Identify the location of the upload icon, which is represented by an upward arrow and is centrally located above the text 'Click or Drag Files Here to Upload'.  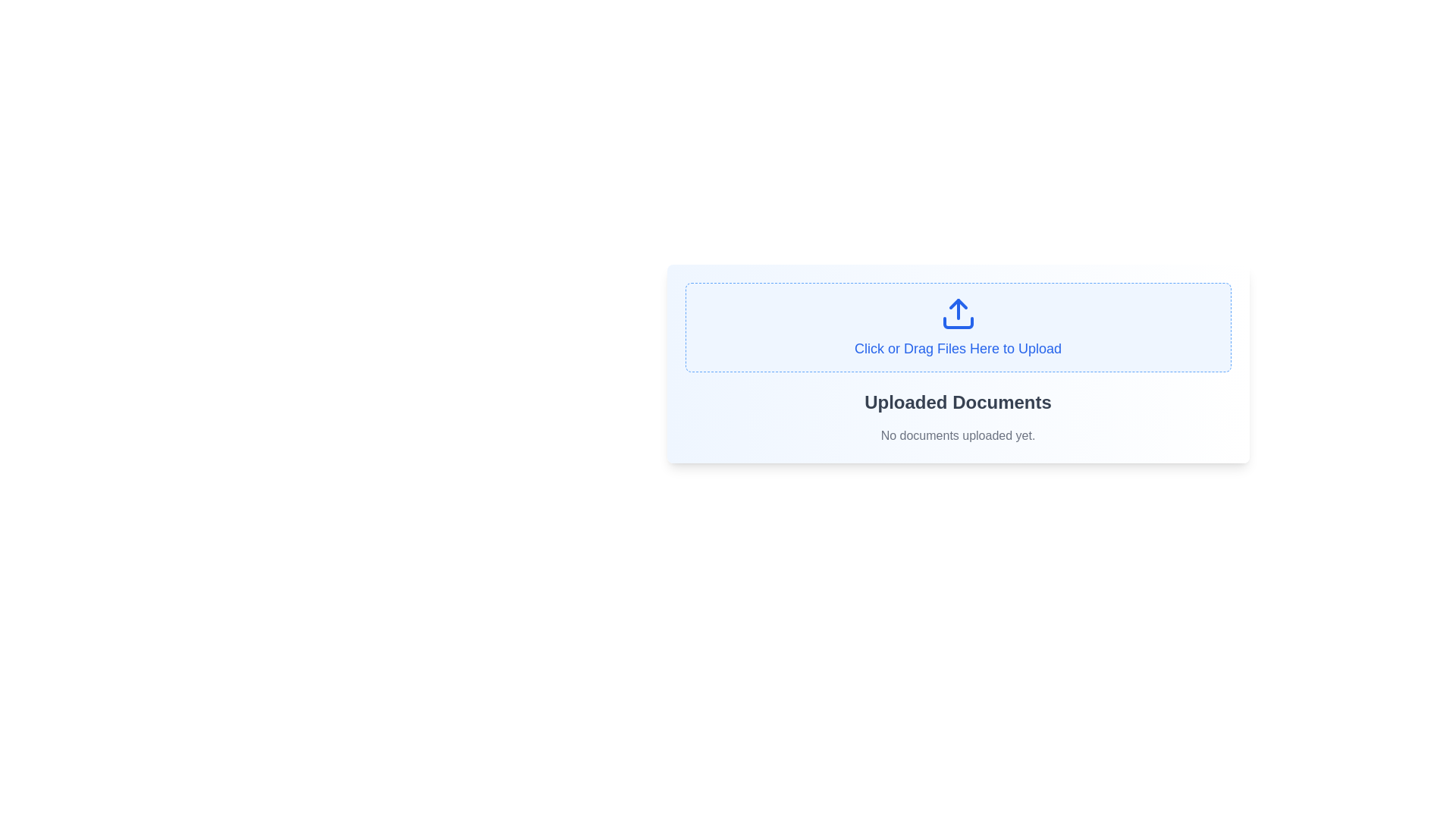
(957, 312).